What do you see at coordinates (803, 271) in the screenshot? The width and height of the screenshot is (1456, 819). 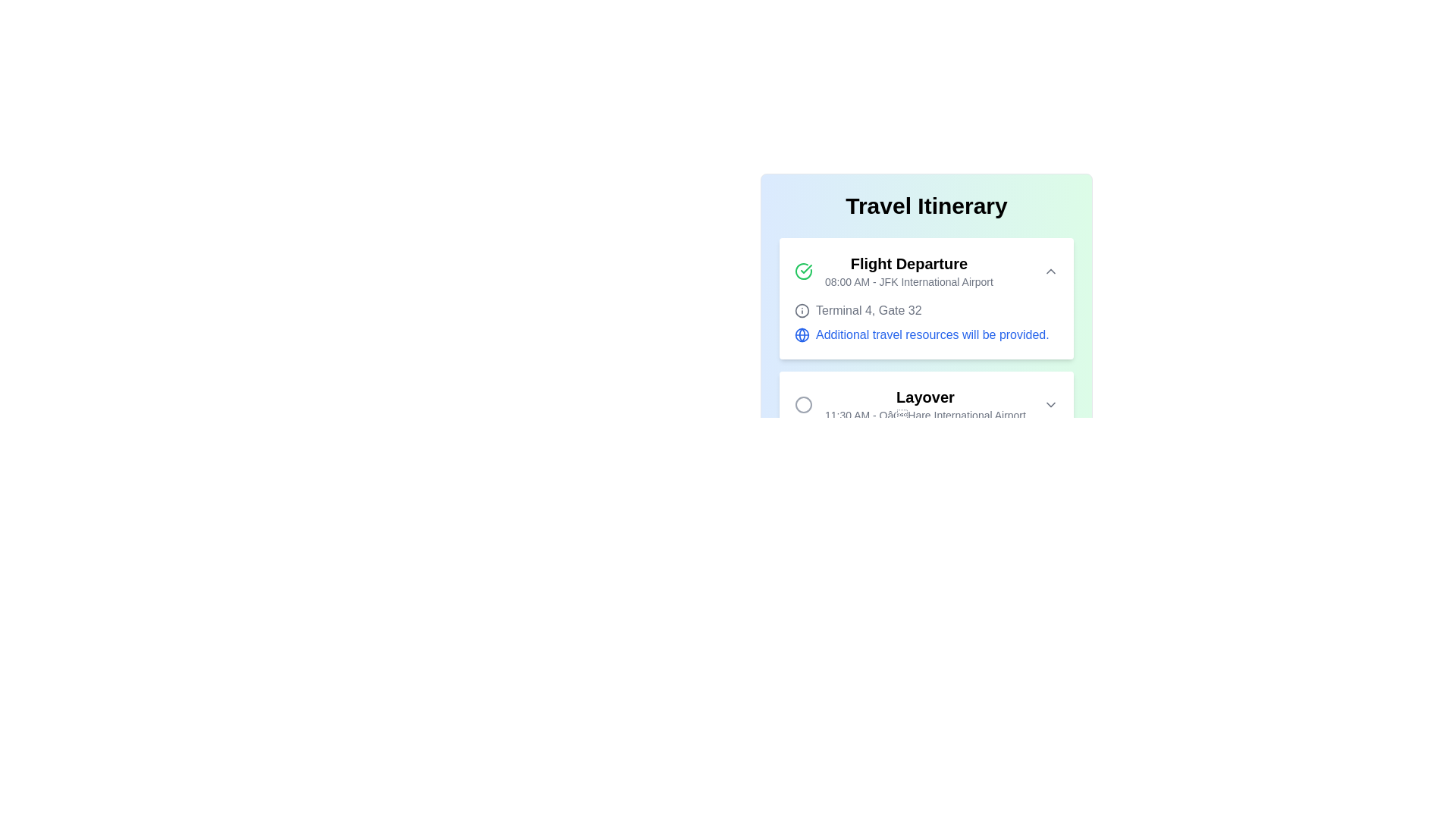 I see `the status indicator icon located in the top-left corner of the 'Flight Departure' card, which represents confirmation or completion related to flight departure information` at bounding box center [803, 271].